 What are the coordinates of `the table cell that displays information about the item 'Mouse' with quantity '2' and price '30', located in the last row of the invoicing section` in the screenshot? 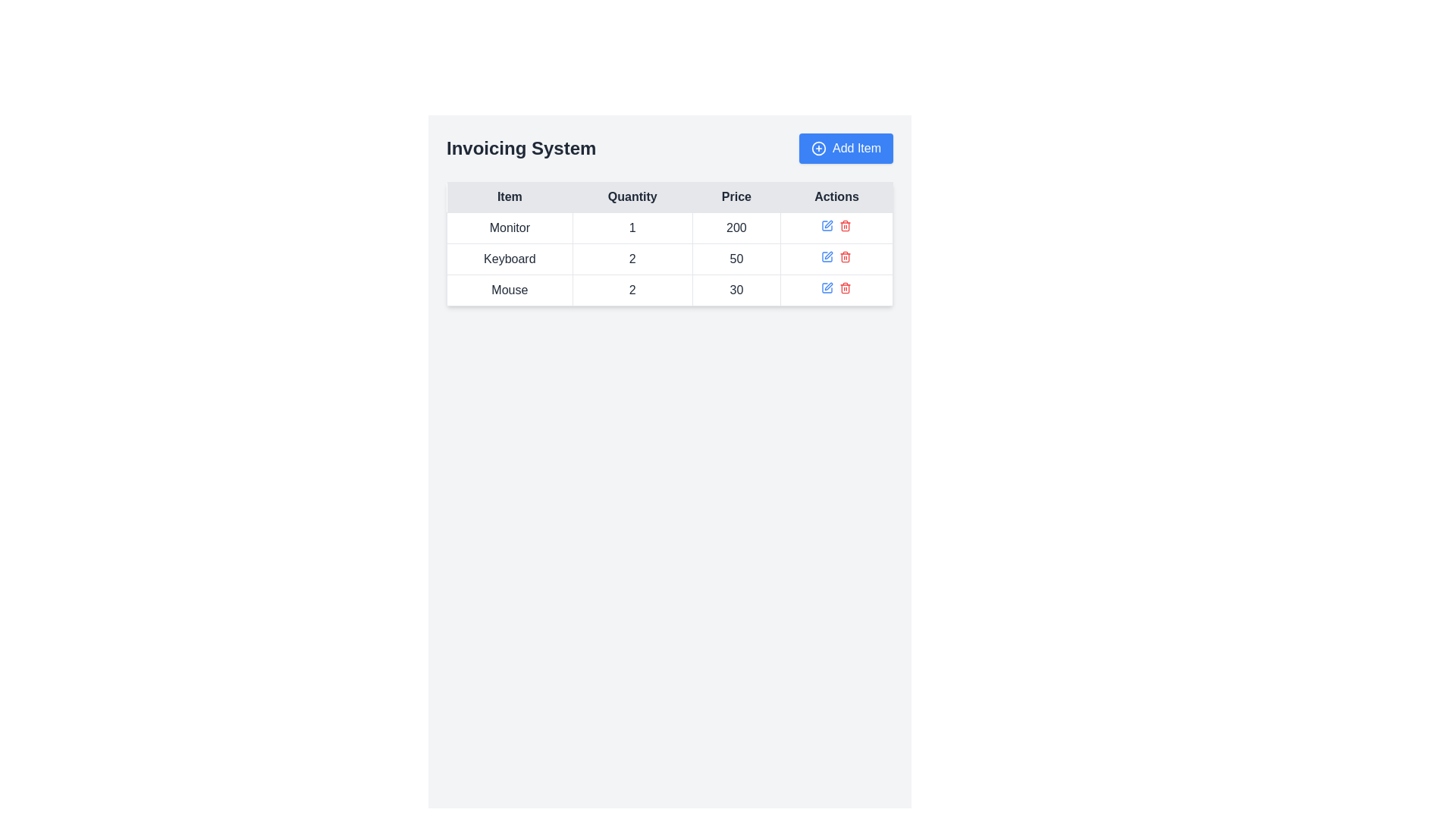 It's located at (669, 290).